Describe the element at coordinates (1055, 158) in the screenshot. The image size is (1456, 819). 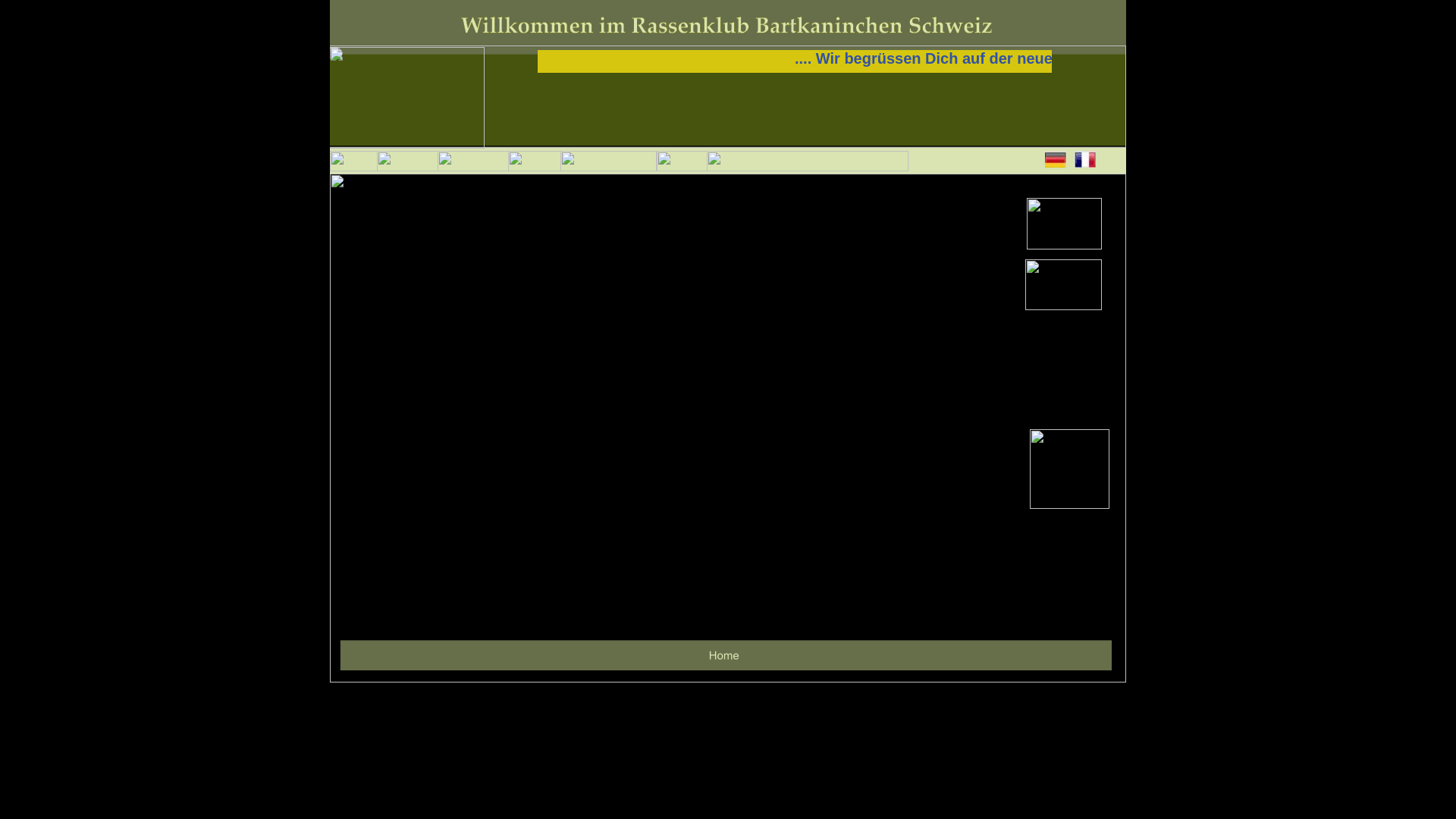
I see `'DE'` at that location.